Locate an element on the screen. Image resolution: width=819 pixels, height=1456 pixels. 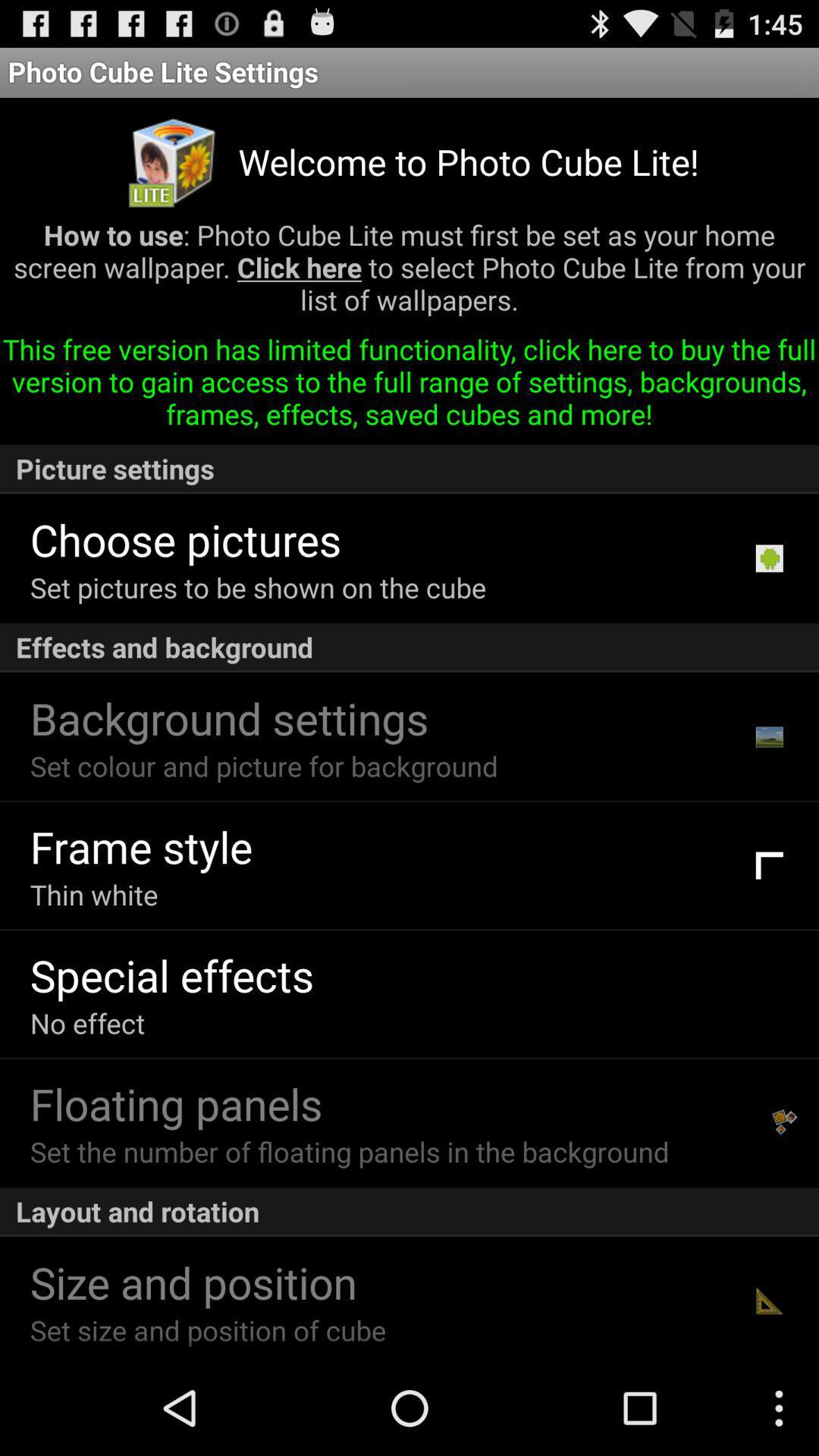
the item above set colour and item is located at coordinates (229, 717).